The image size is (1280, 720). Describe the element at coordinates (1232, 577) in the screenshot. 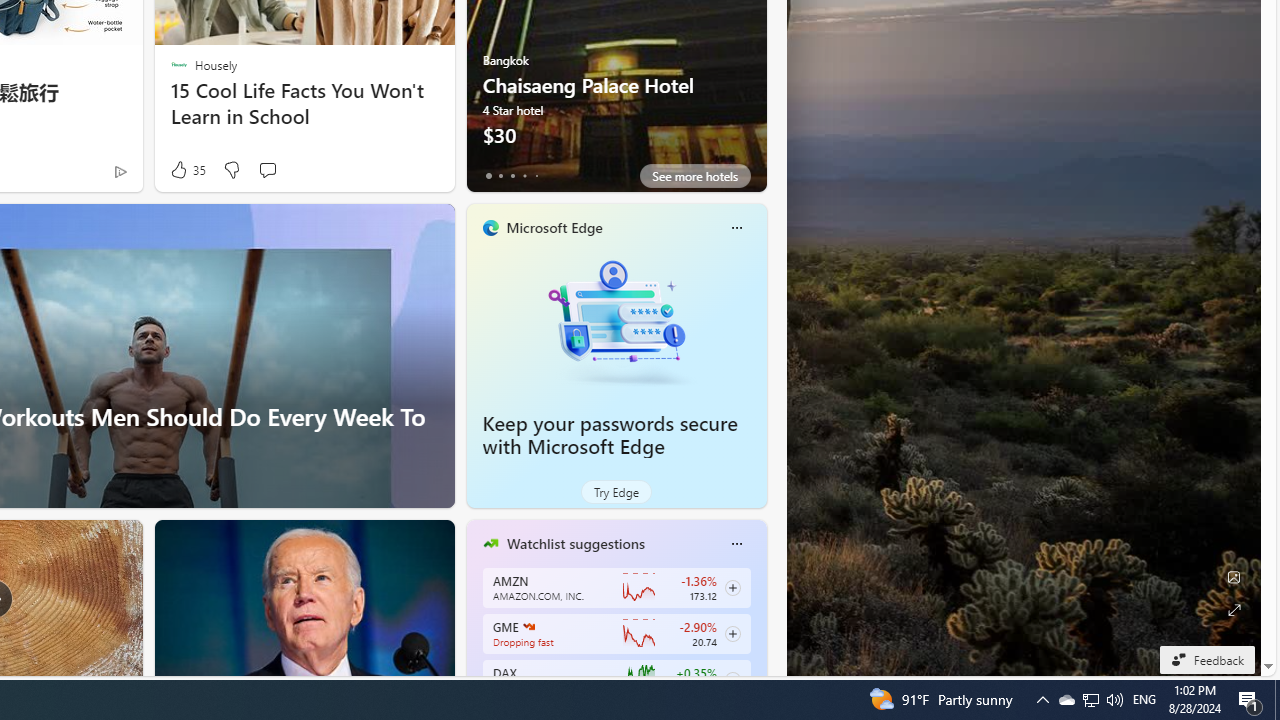

I see `'Edit Background'` at that location.